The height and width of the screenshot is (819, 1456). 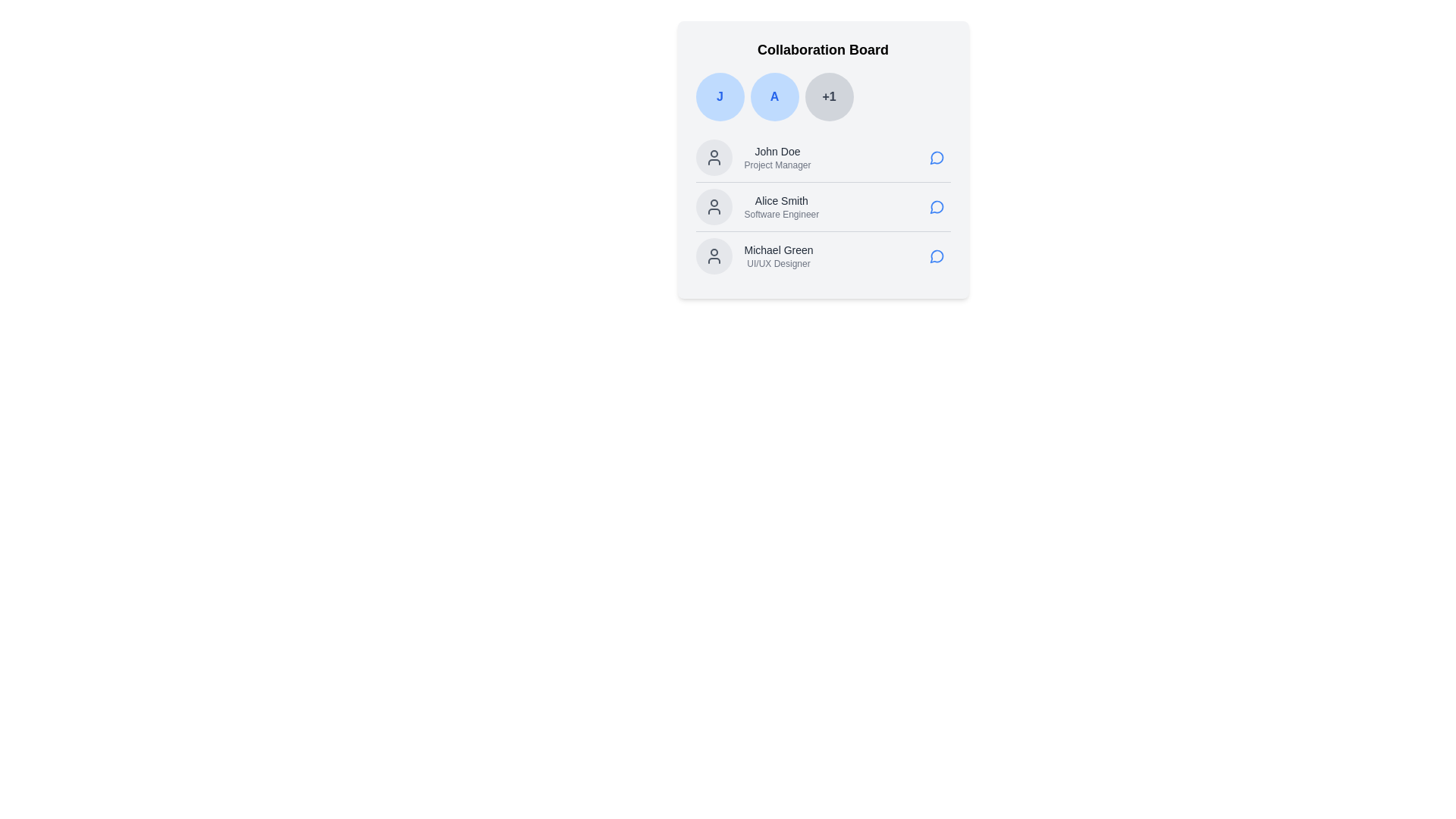 What do you see at coordinates (779, 249) in the screenshot?
I see `the text label displaying 'Michael Green' which is located in the third row of the 'Collaboration Board' section` at bounding box center [779, 249].